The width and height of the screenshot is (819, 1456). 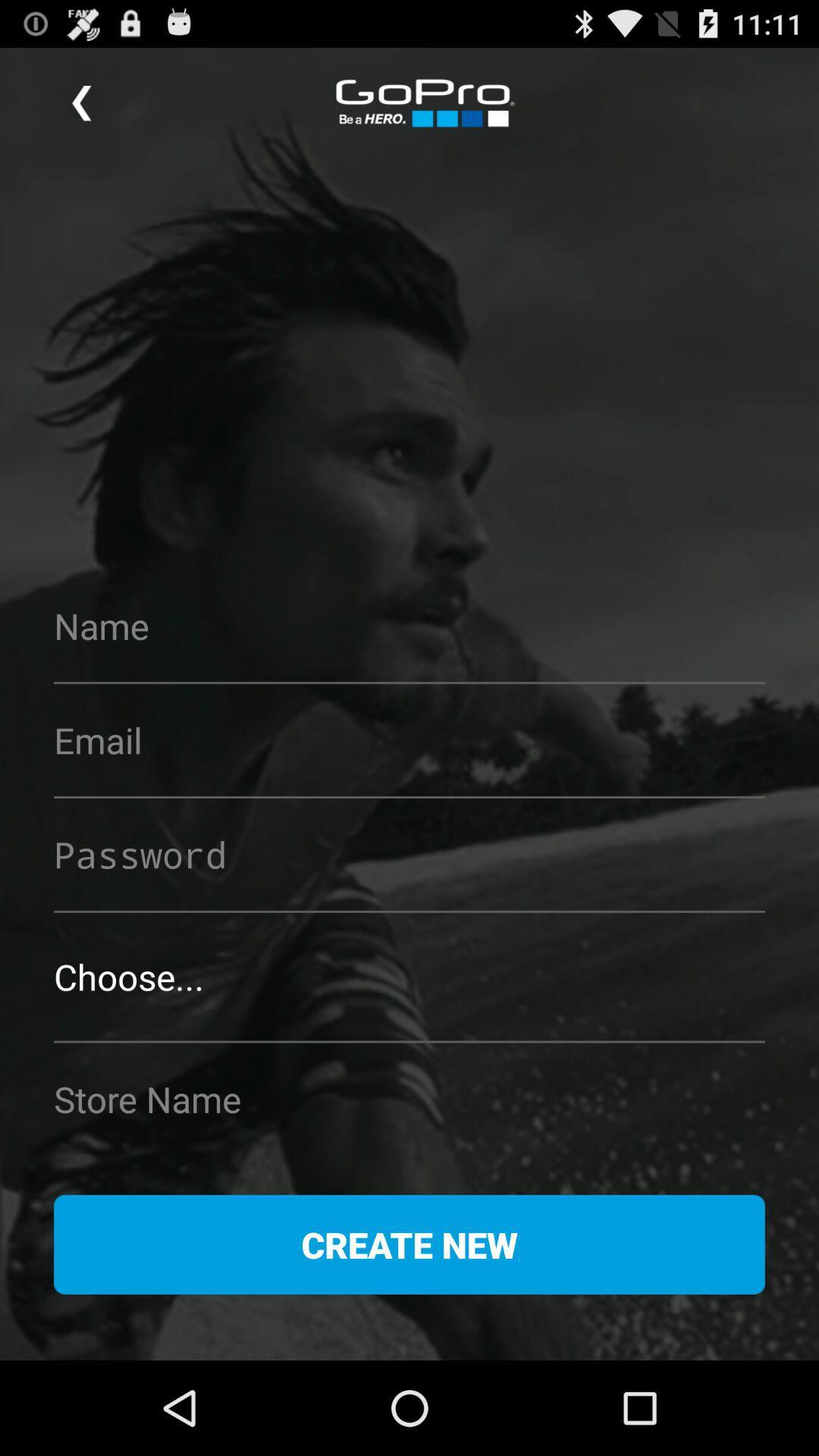 I want to click on your name, so click(x=409, y=626).